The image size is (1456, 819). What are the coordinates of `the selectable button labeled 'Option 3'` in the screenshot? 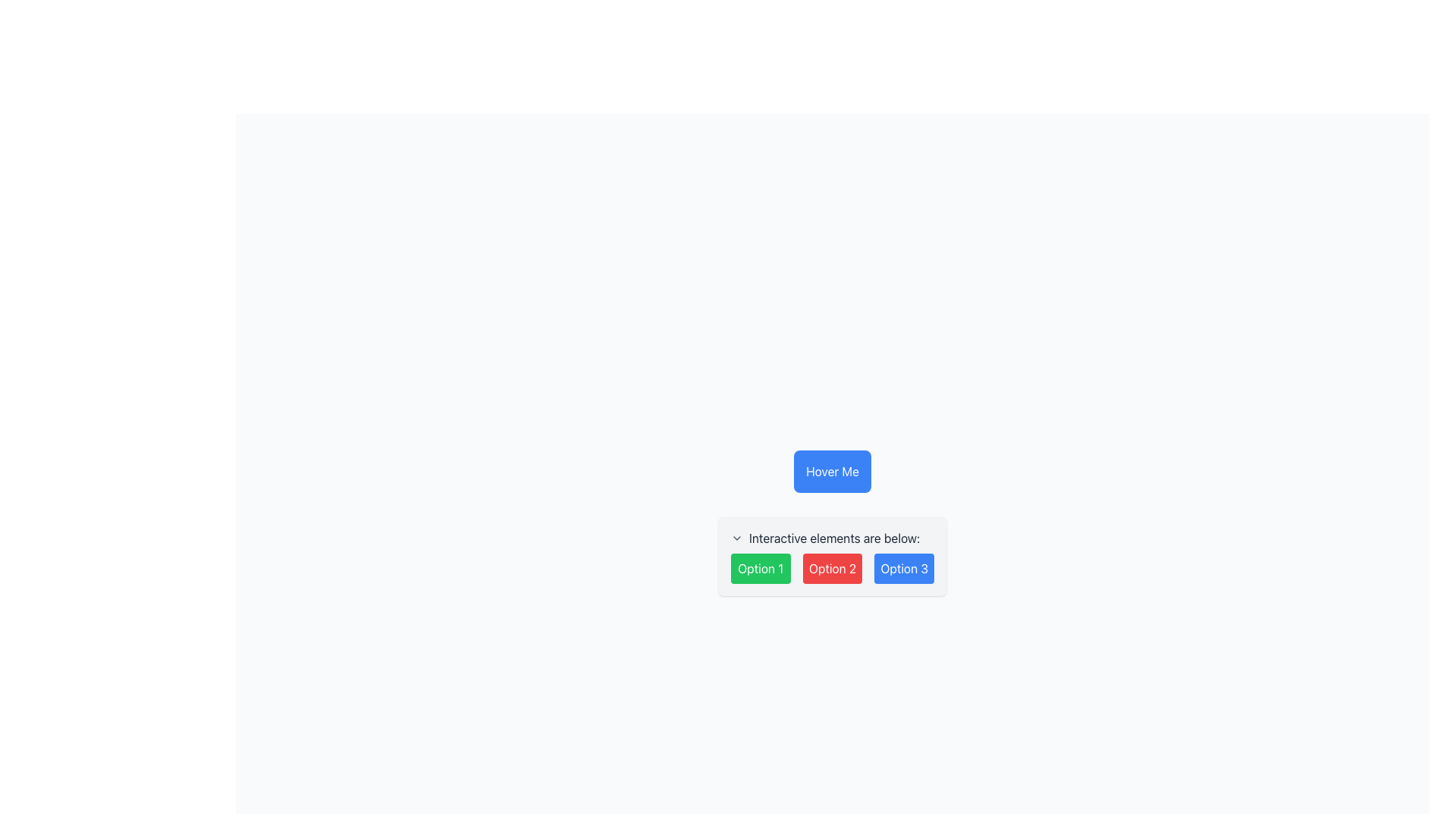 It's located at (903, 568).